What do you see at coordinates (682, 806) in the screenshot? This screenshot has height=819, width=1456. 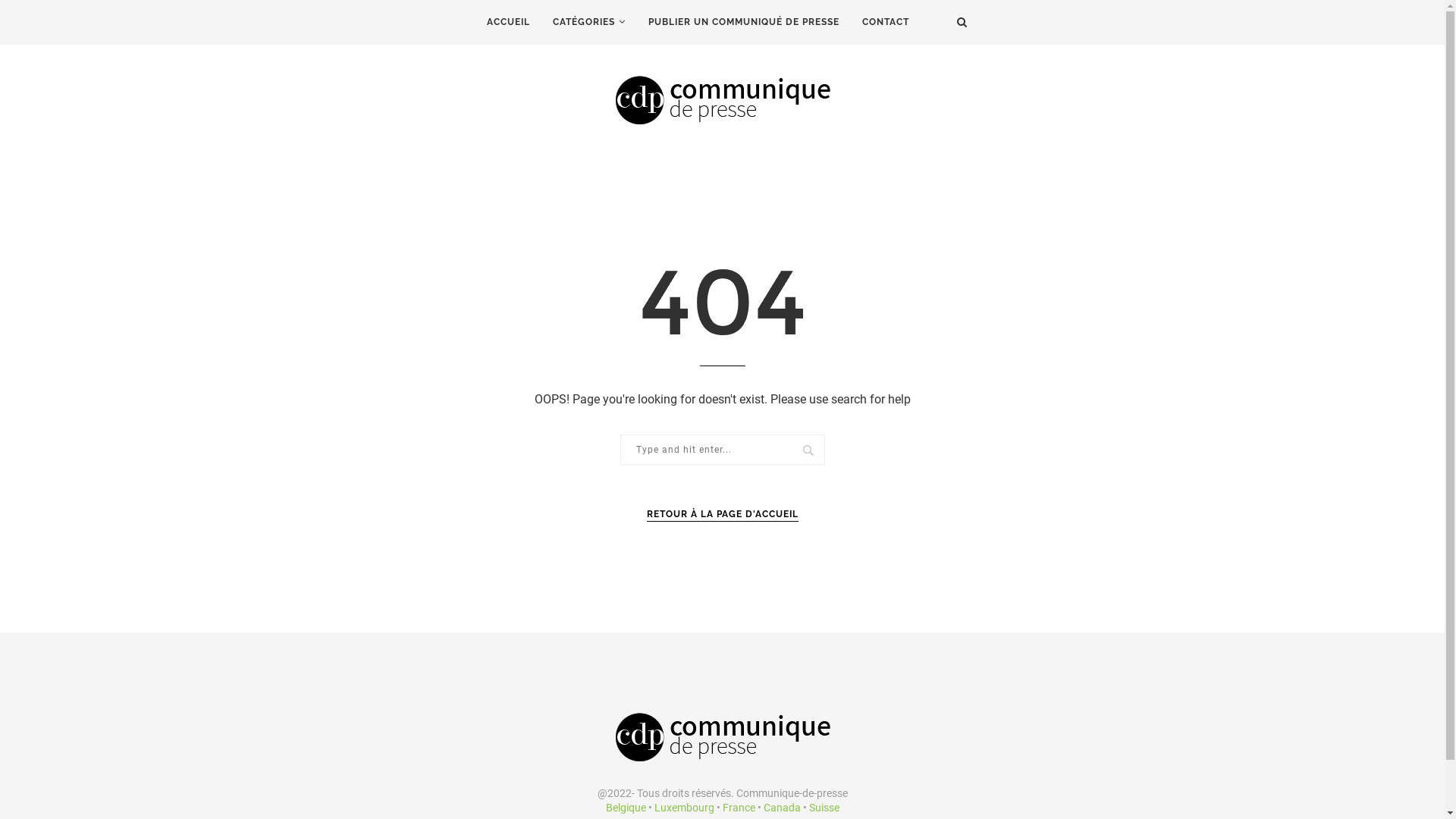 I see `'Luxembourg'` at bounding box center [682, 806].